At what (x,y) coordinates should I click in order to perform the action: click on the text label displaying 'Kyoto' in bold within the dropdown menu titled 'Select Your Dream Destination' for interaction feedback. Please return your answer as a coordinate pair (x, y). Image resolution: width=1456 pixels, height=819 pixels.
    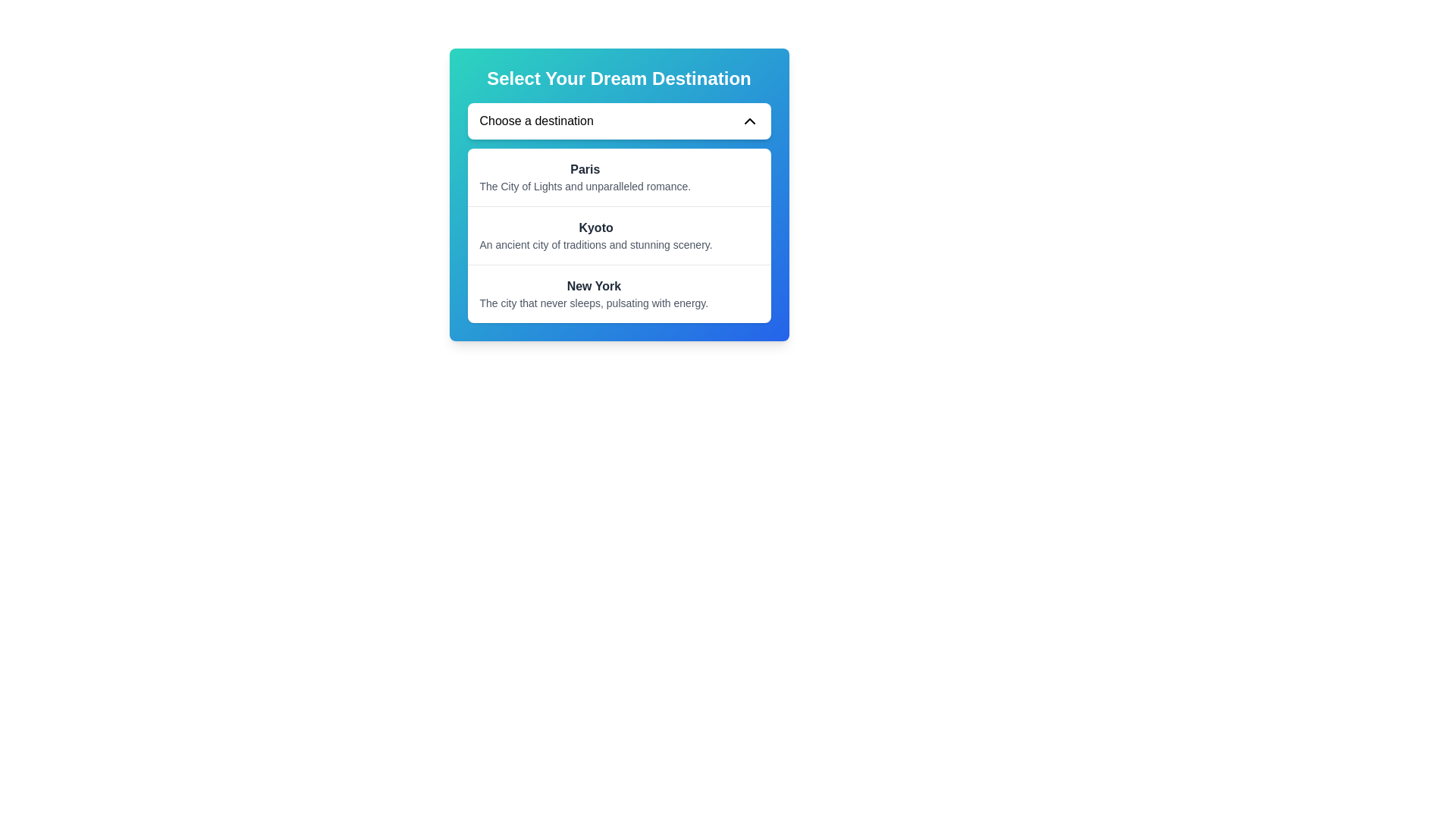
    Looking at the image, I should click on (595, 227).